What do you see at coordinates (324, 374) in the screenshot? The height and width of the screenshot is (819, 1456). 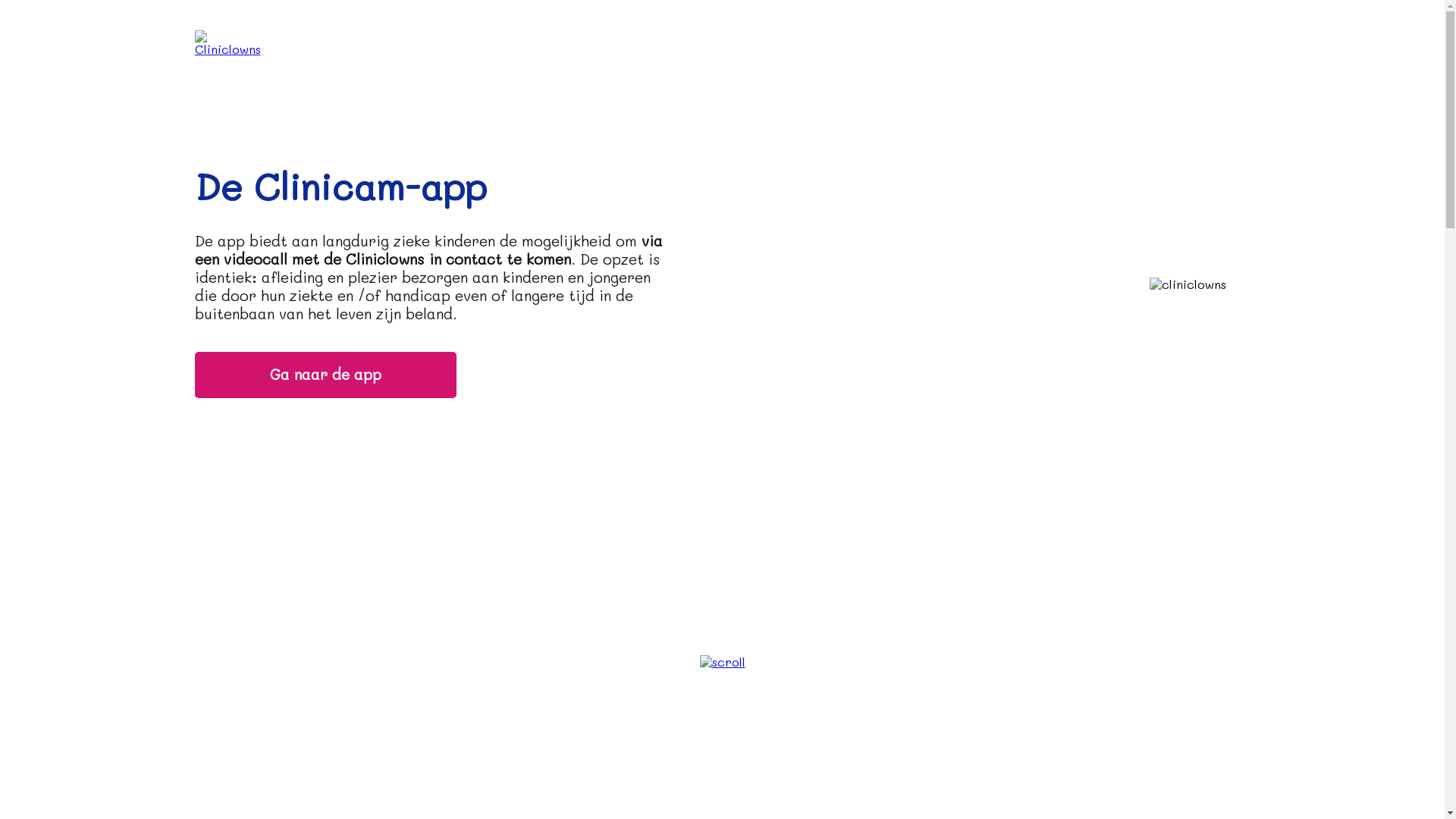 I see `'Ga naar de app'` at bounding box center [324, 374].